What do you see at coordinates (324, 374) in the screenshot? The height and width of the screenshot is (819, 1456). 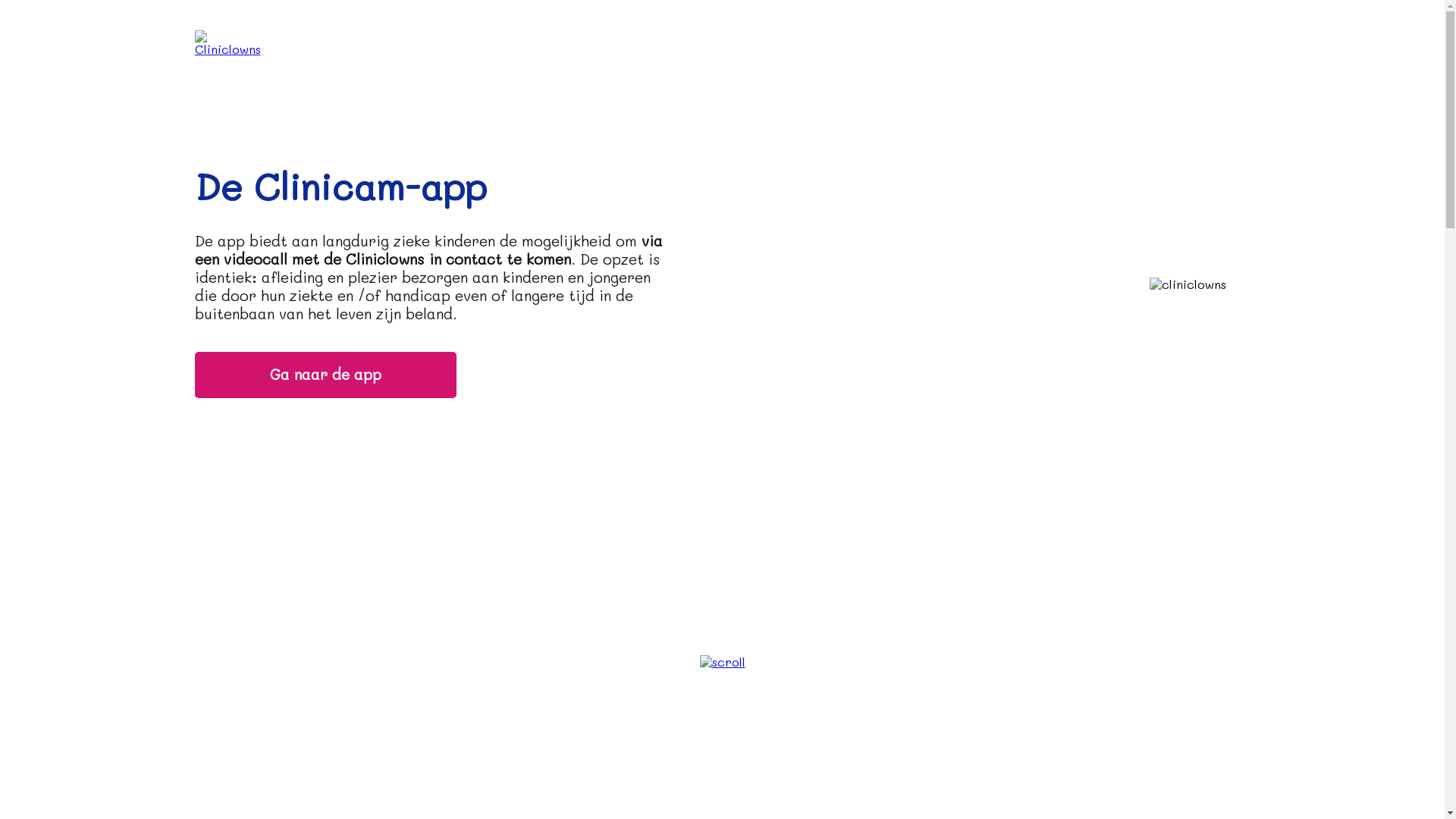 I see `'Ga naar de app'` at bounding box center [324, 374].